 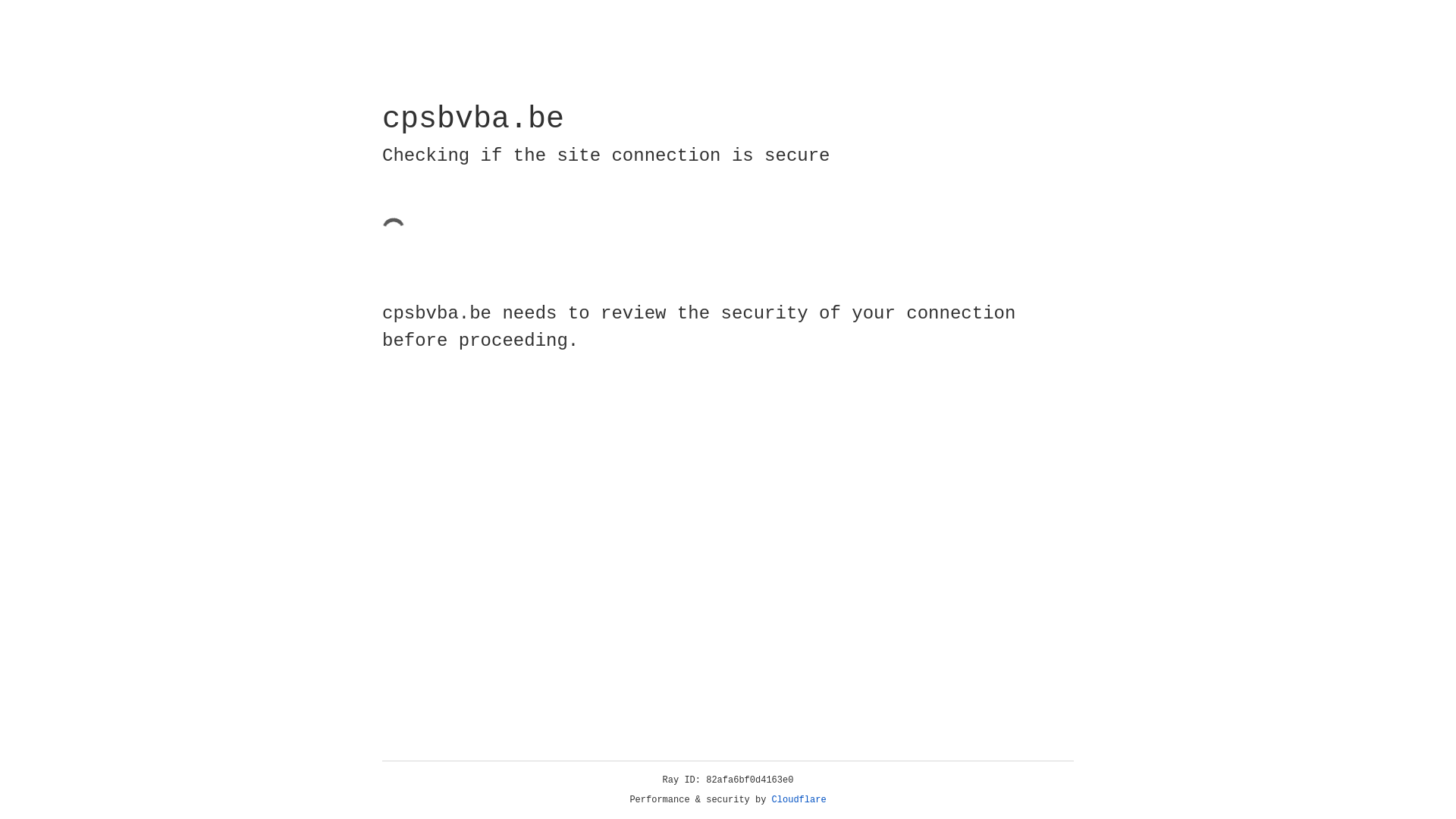 I want to click on 'Cloudflare', so click(x=799, y=799).